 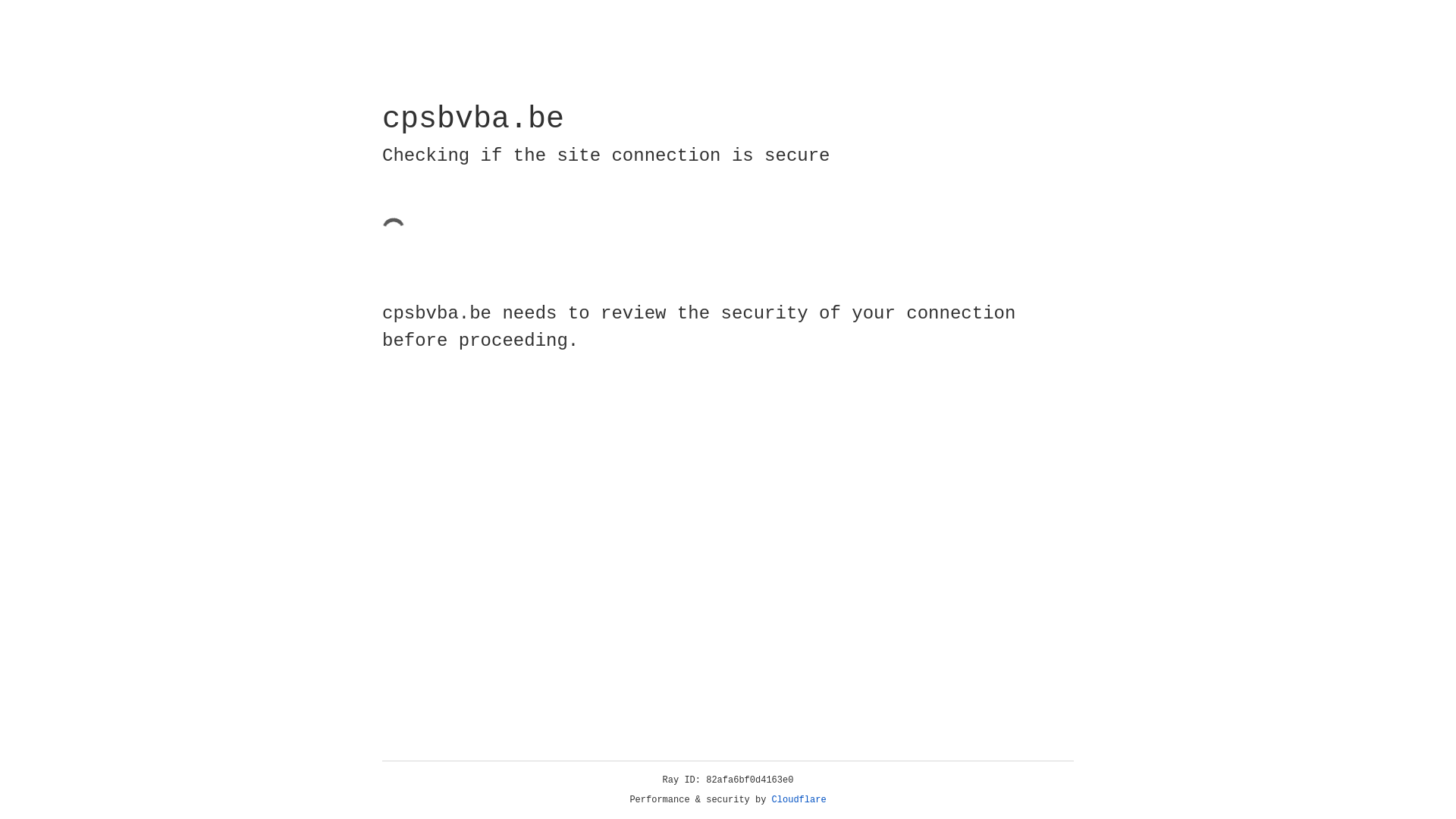 I want to click on 'Cloudflare', so click(x=799, y=799).